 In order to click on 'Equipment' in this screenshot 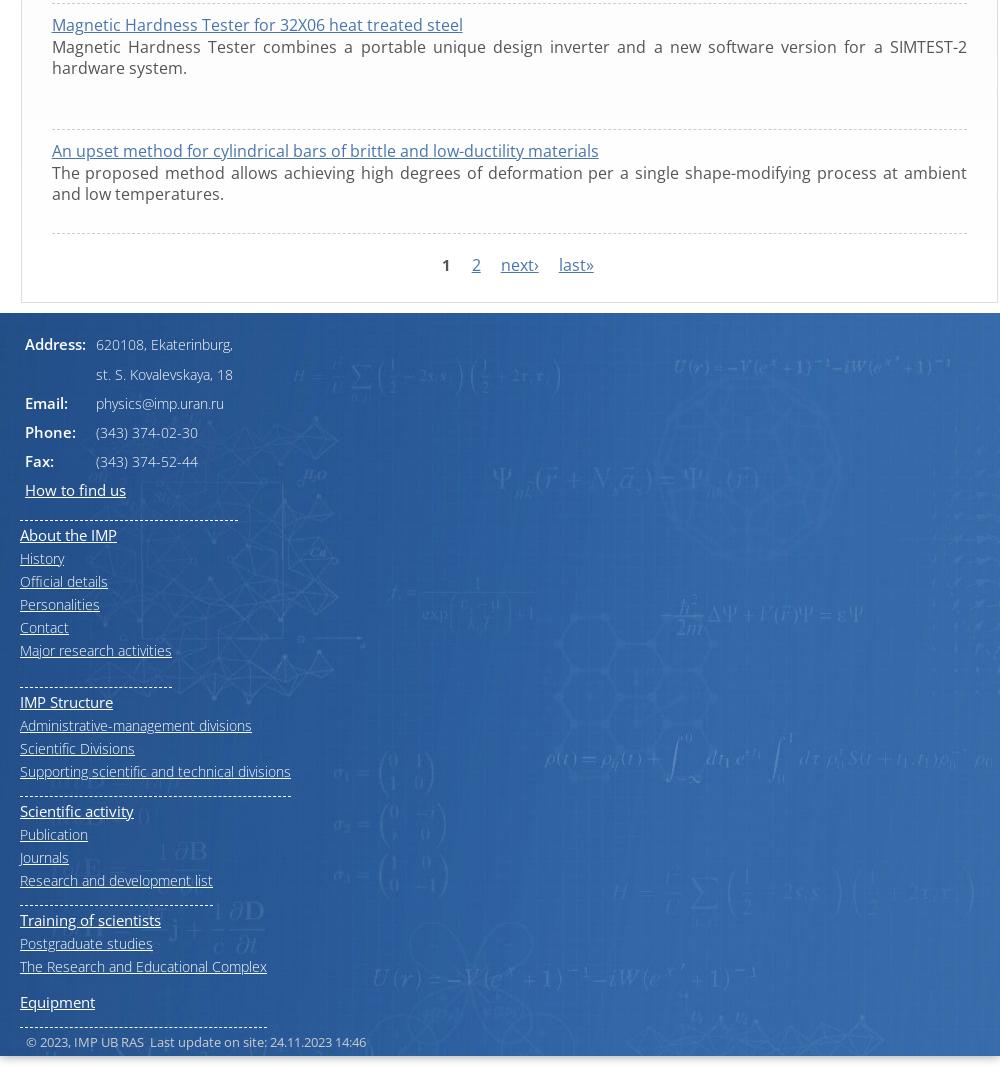, I will do `click(57, 999)`.